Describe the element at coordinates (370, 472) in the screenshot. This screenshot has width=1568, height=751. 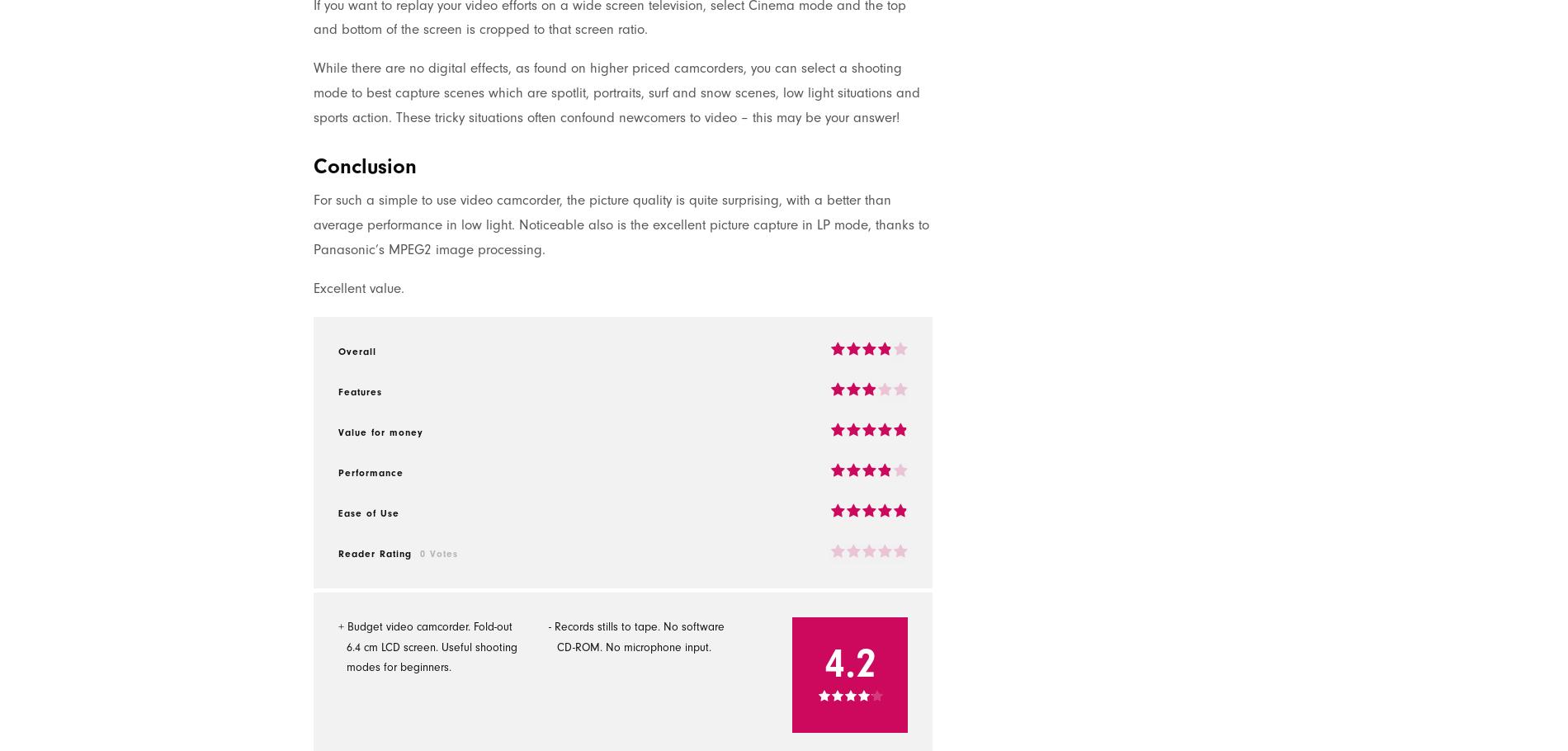
I see `'Performance'` at that location.